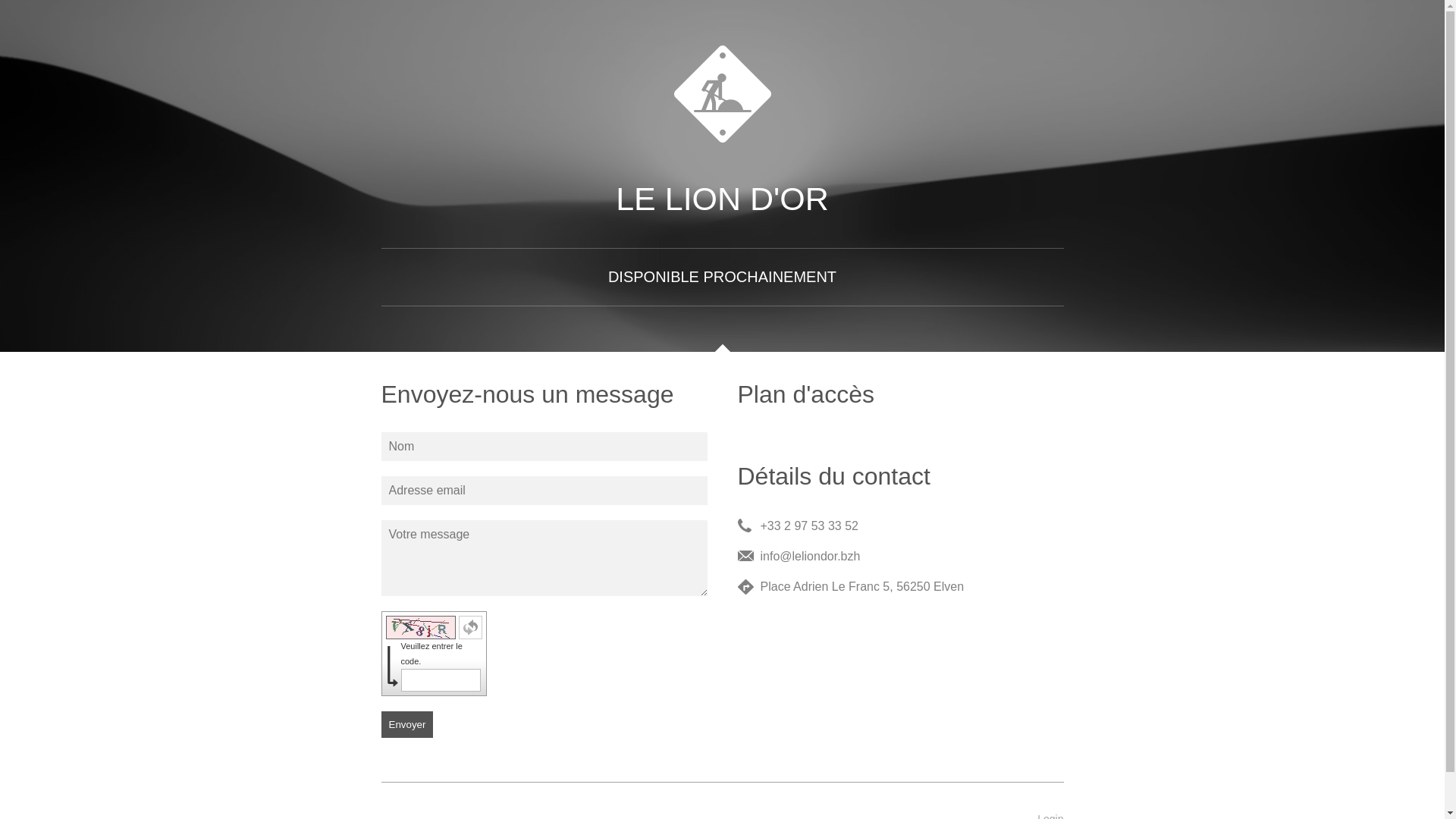 This screenshot has height=819, width=1456. I want to click on 'Envoyer', so click(406, 723).